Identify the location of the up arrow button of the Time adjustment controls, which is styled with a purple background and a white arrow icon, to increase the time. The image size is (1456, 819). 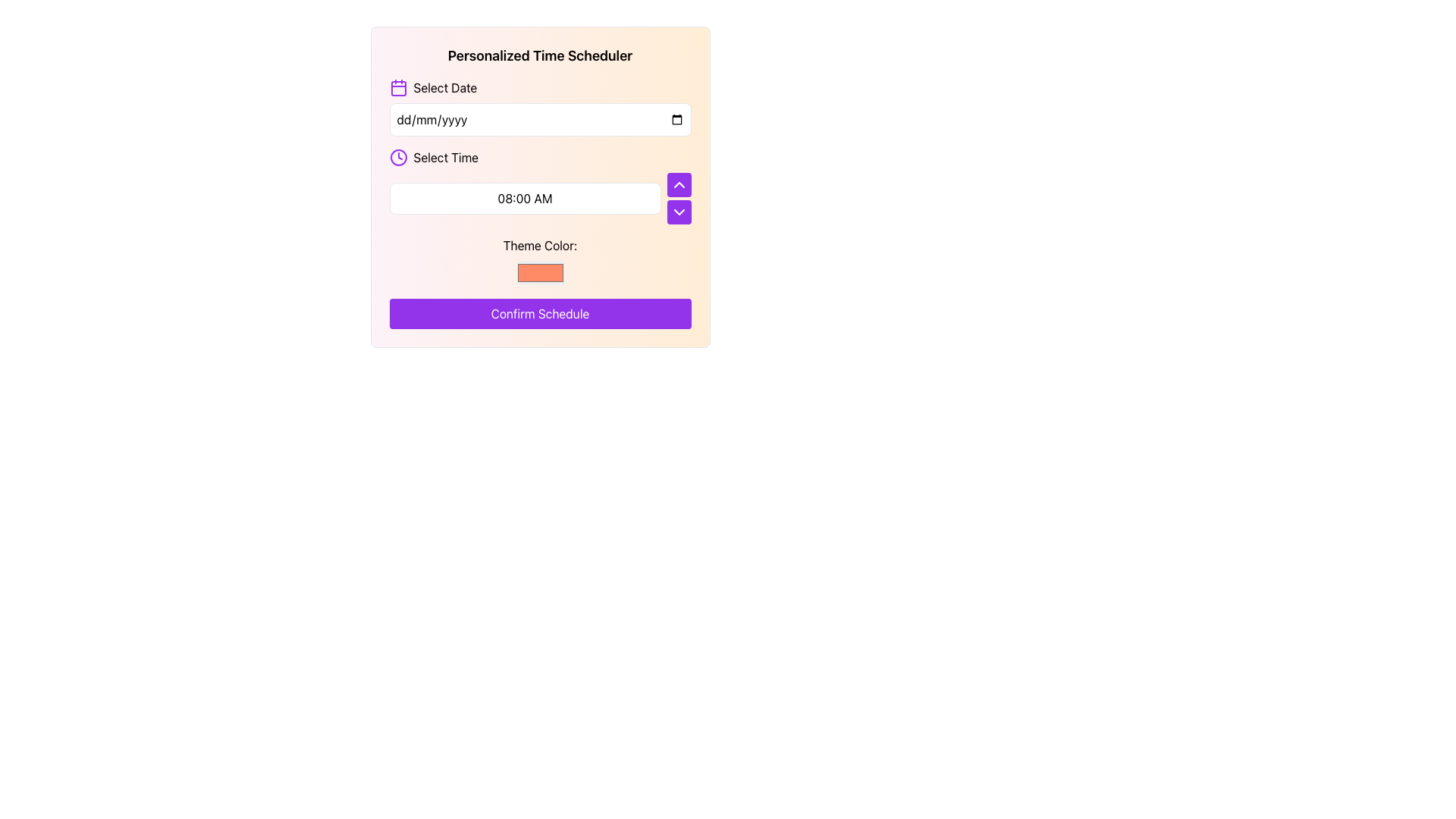
(678, 198).